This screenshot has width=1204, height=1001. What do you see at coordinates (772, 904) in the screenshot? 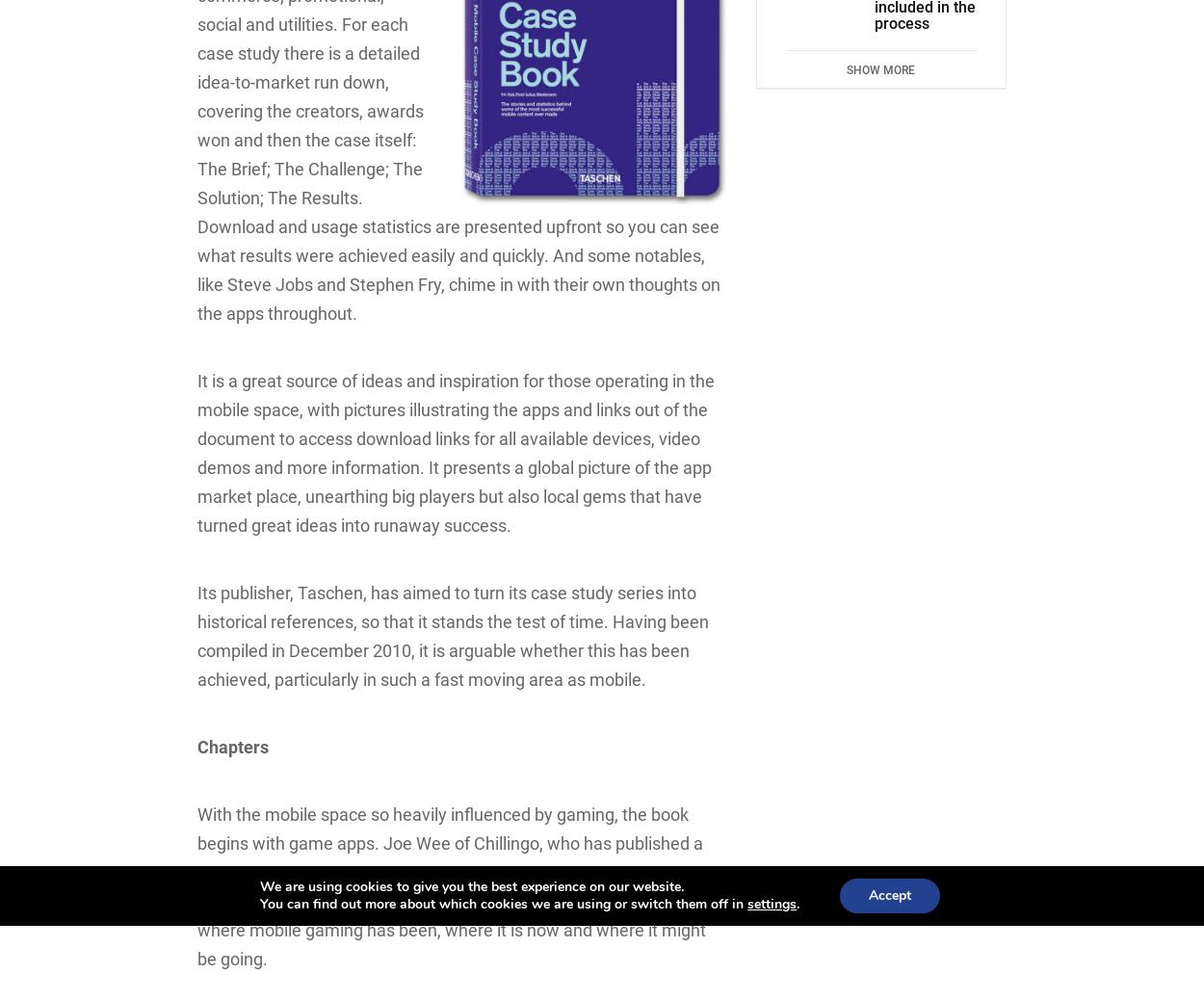
I see `'settings'` at bounding box center [772, 904].